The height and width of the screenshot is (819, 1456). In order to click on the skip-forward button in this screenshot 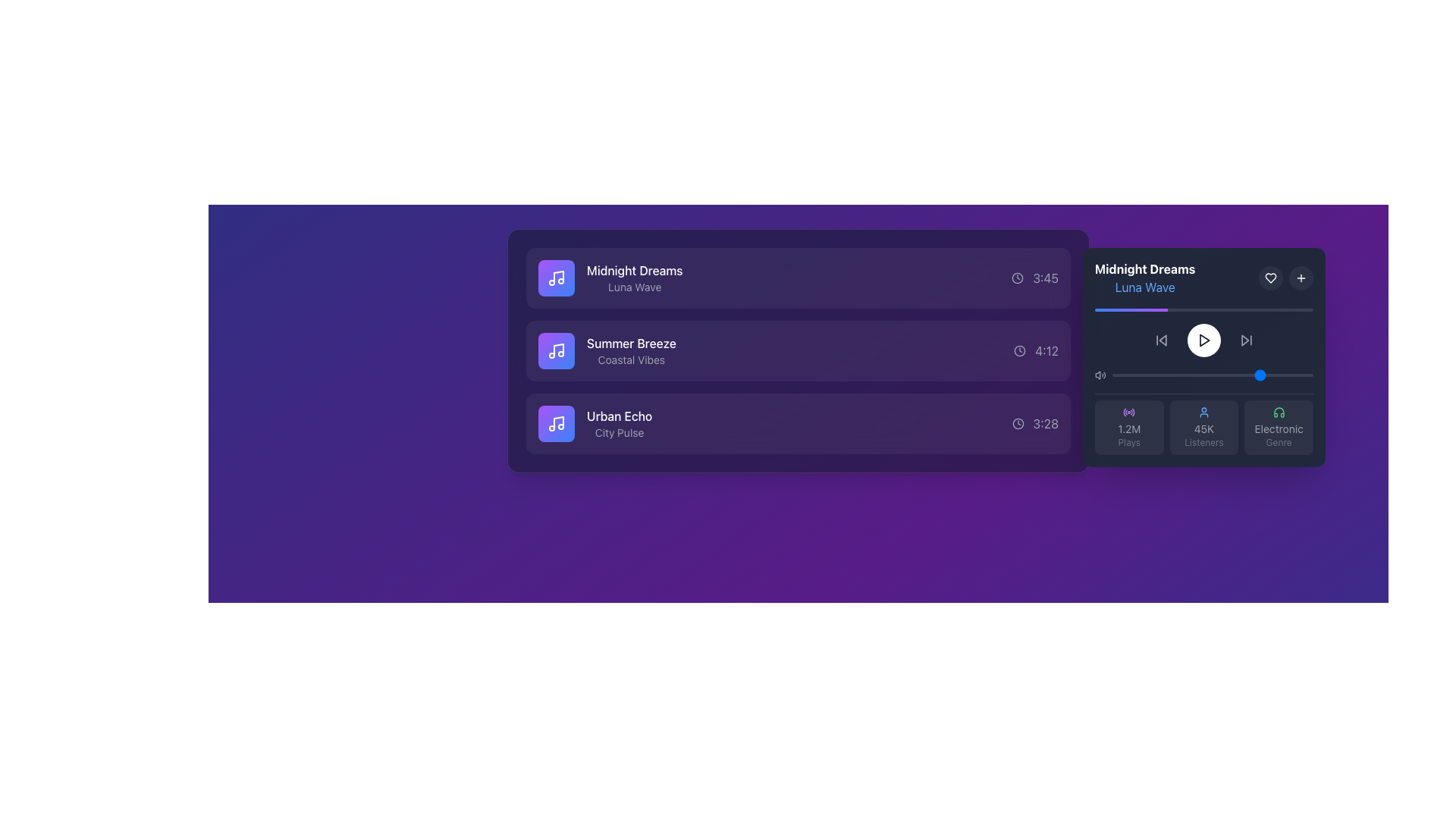, I will do `click(1246, 339)`.